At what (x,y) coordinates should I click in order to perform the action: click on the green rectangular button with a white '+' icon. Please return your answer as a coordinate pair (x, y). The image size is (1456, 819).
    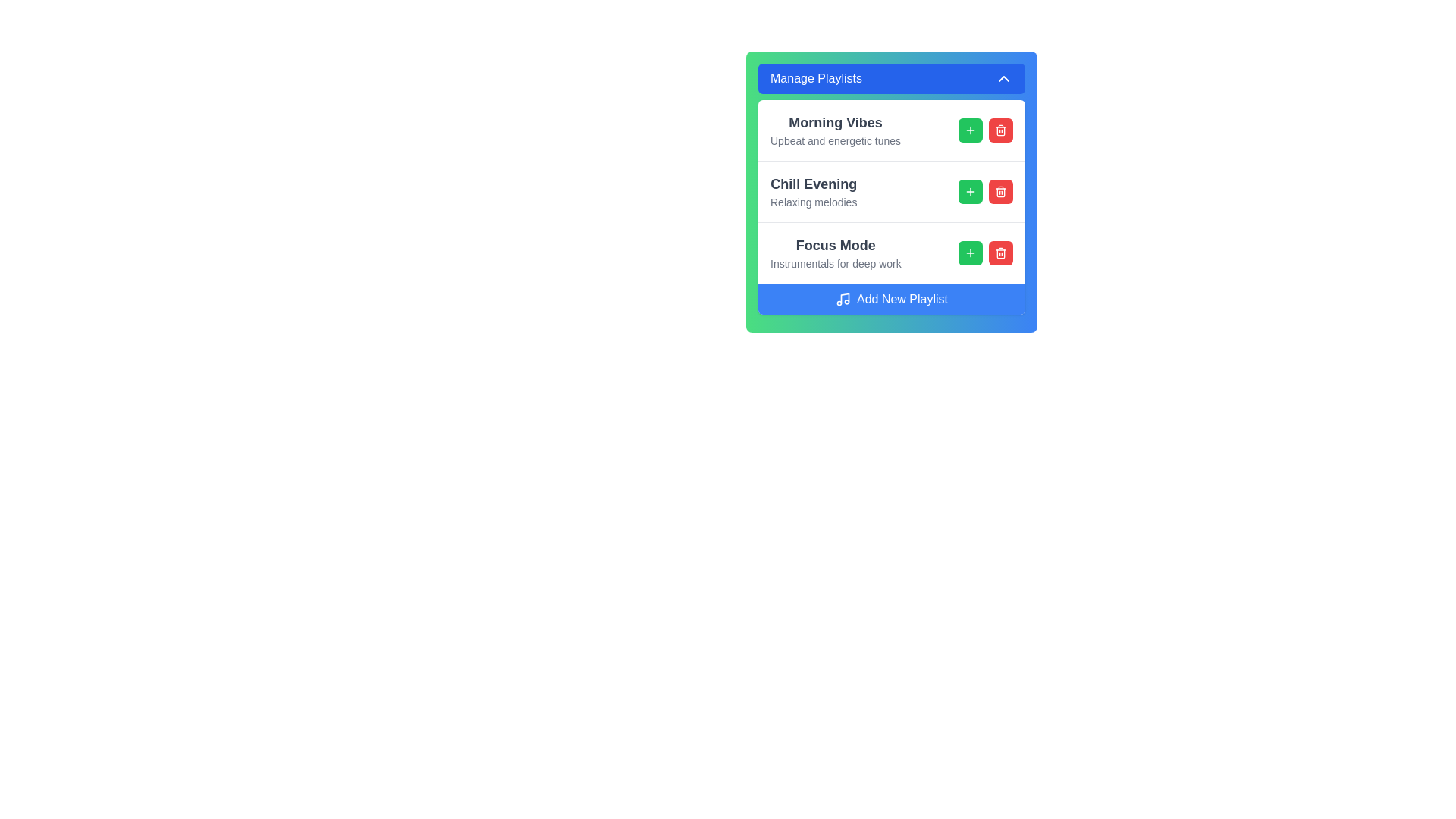
    Looking at the image, I should click on (971, 253).